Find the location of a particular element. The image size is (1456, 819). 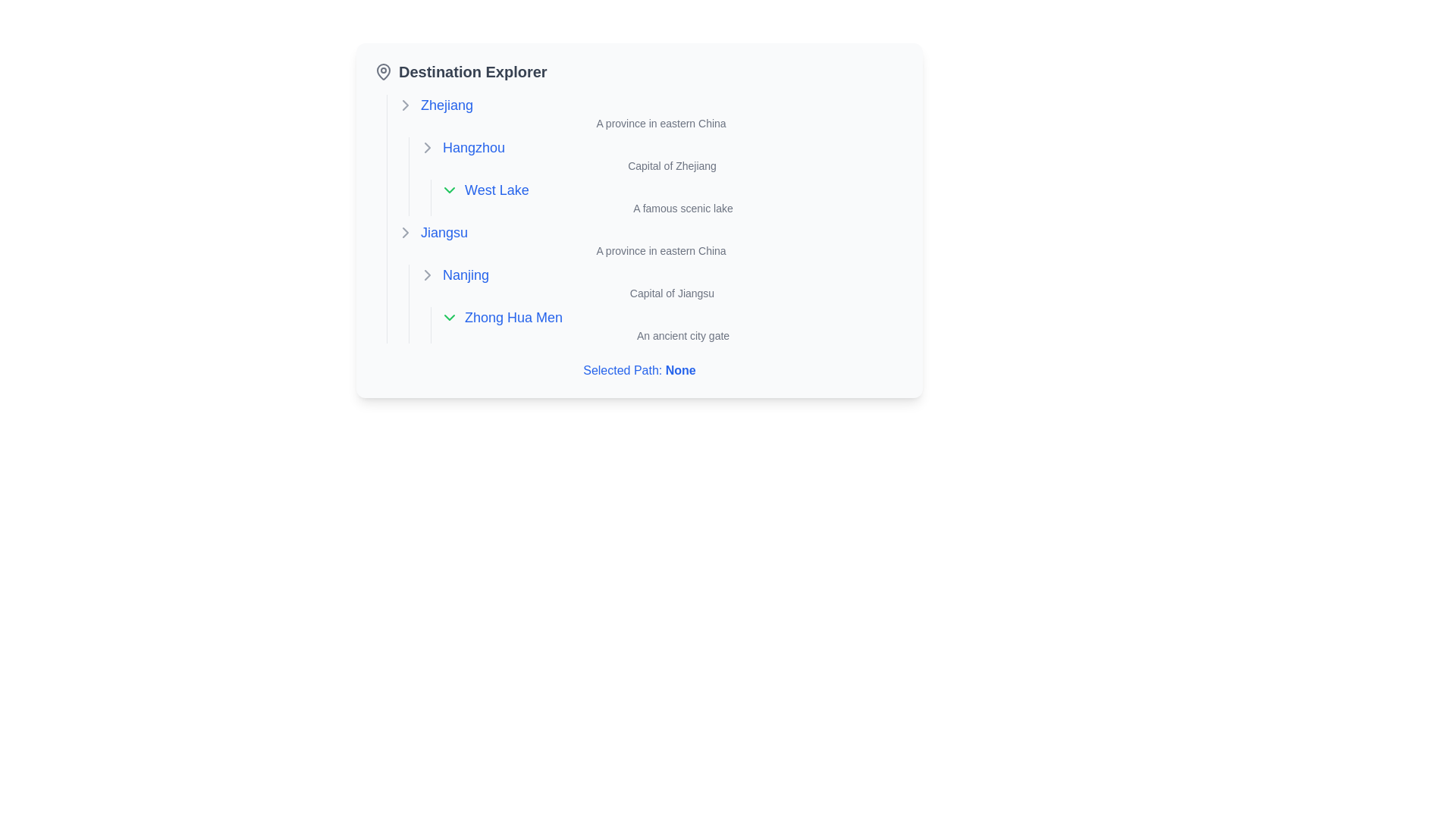

the 'West Lake' link located under 'Hangzhou' is located at coordinates (497, 189).